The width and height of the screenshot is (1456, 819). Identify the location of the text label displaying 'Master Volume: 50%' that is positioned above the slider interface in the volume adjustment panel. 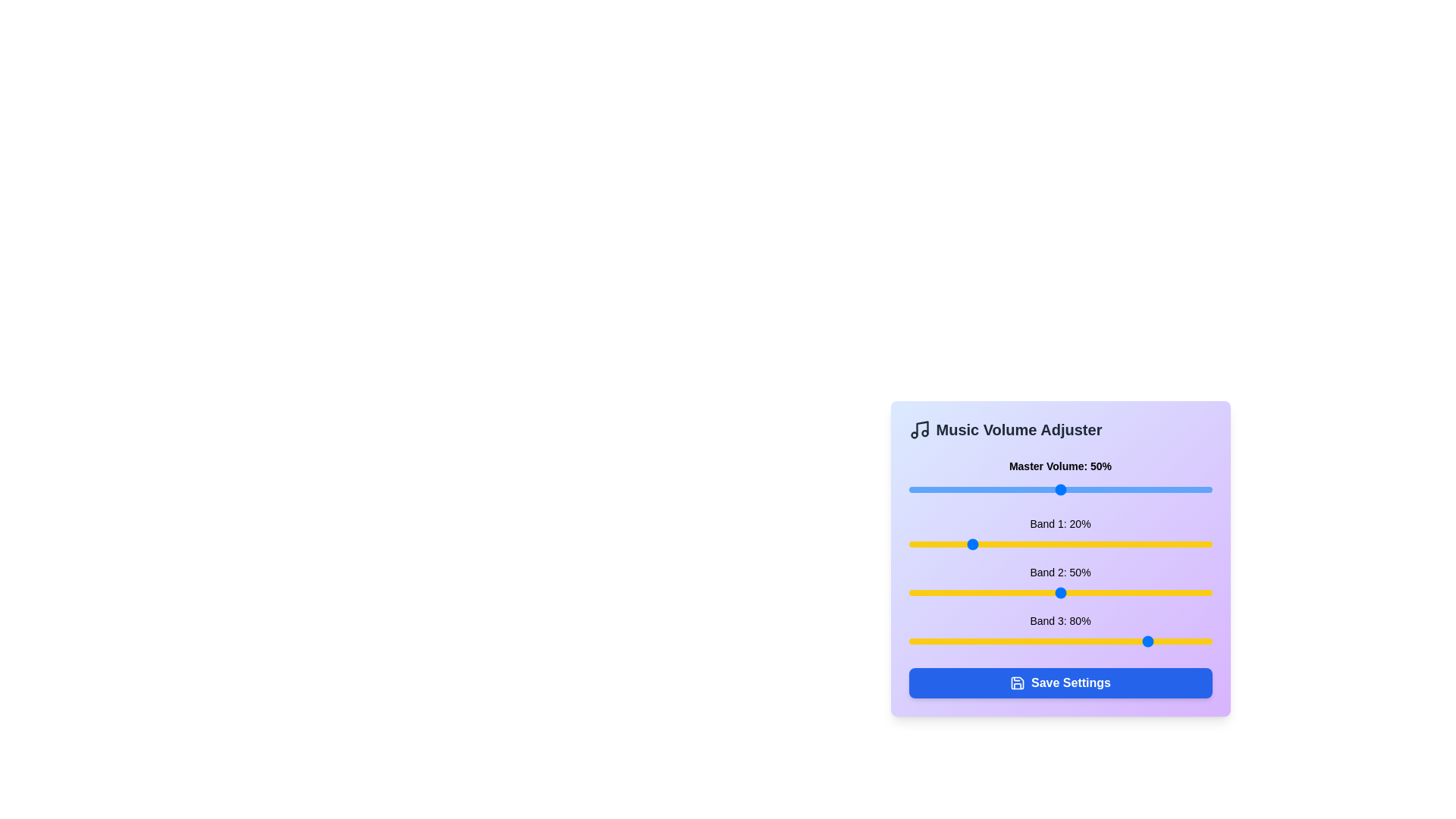
(1059, 465).